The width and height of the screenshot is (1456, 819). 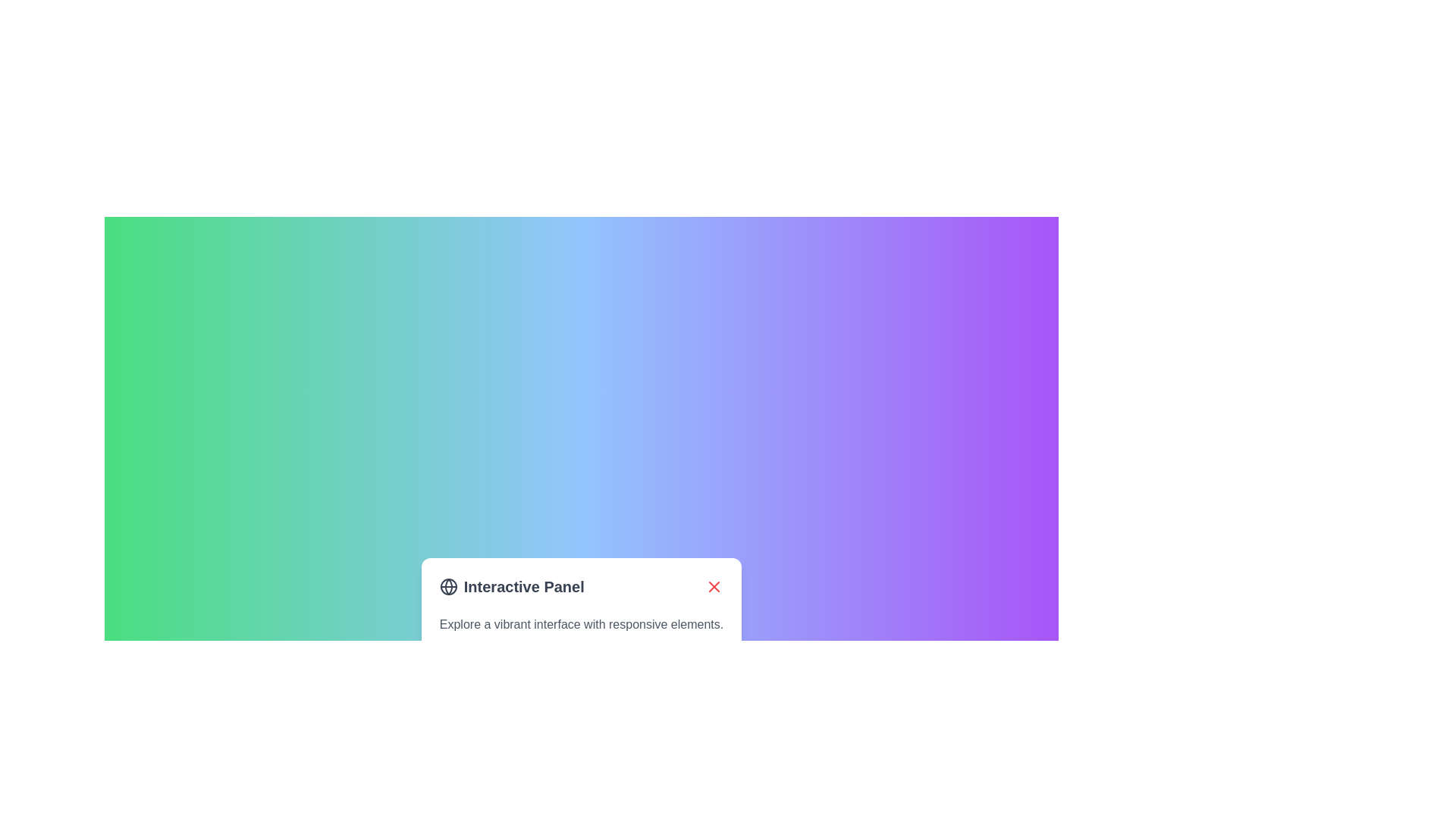 I want to click on the close button located at the far right of the 'Interactive Panel' header for accessibility navigation, so click(x=714, y=586).